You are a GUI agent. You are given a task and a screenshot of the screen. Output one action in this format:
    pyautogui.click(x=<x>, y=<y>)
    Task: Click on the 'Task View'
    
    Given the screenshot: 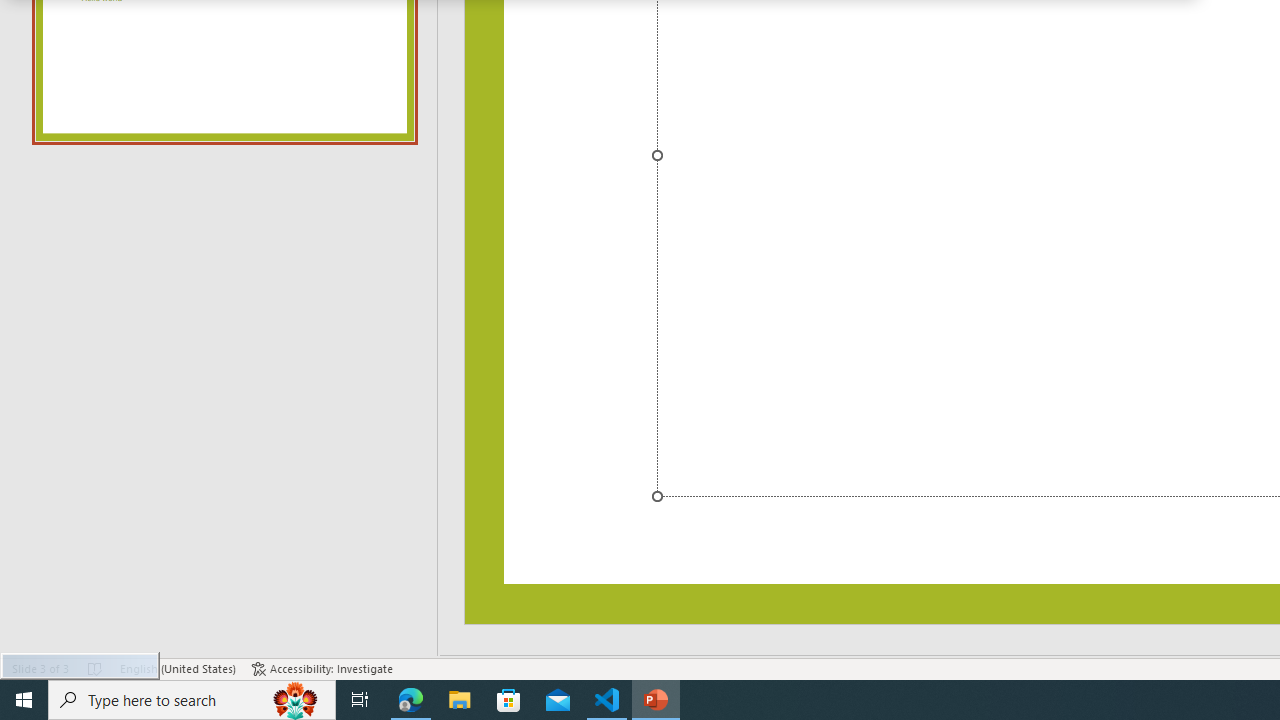 What is the action you would take?
    pyautogui.click(x=359, y=698)
    